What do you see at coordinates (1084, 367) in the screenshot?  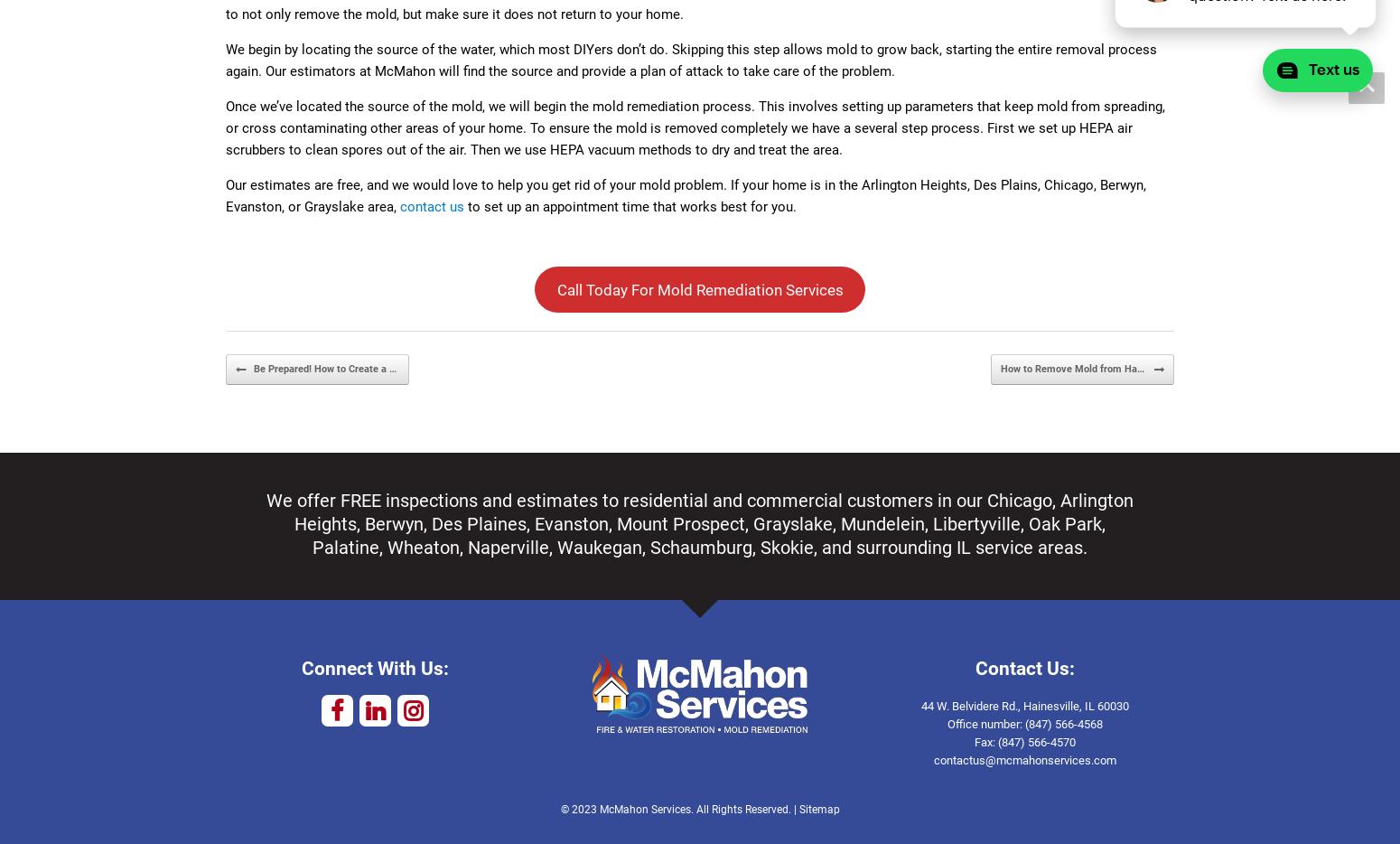 I see `'How to Remove Mold from Hardwood'` at bounding box center [1084, 367].